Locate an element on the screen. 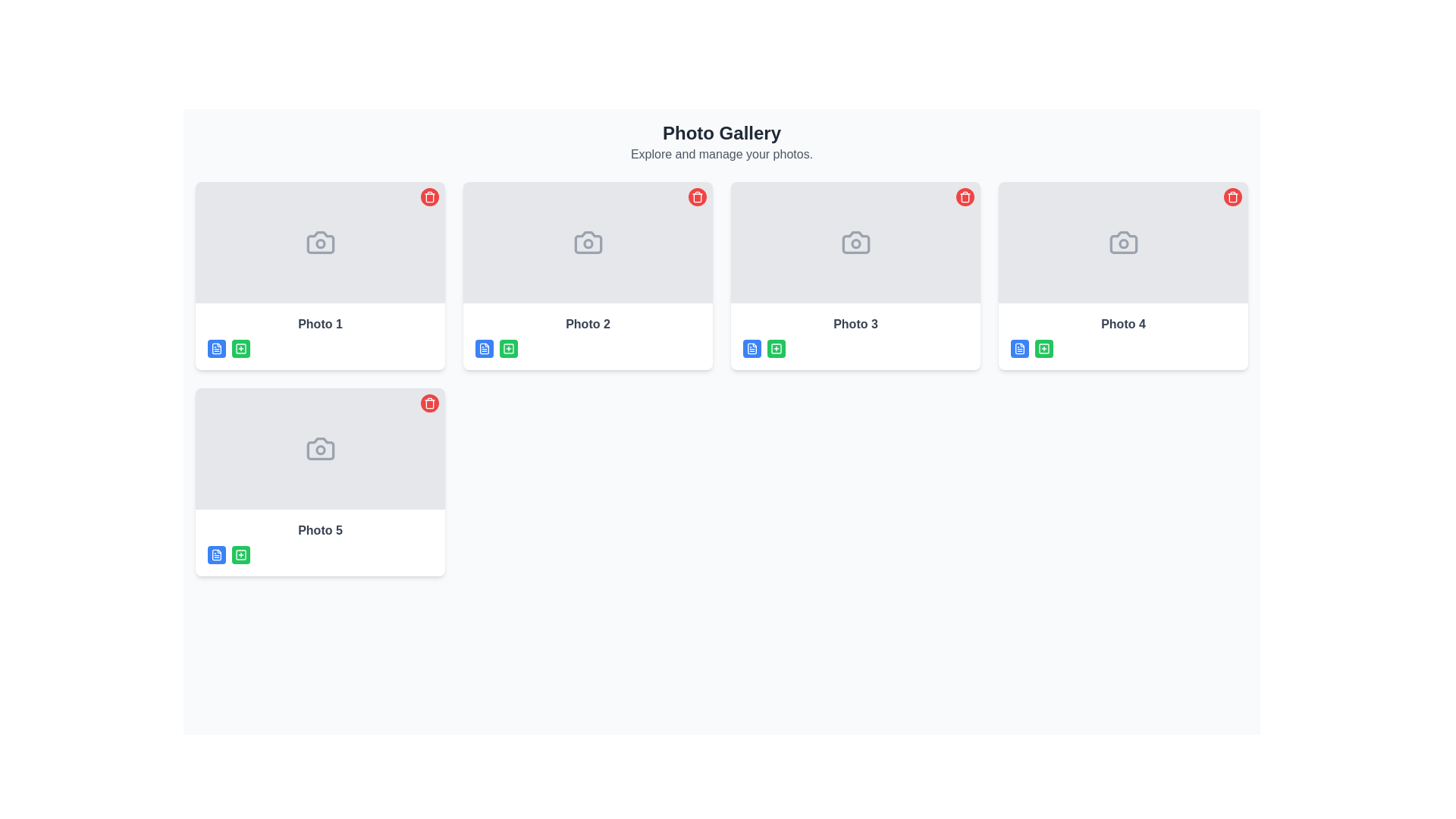 This screenshot has width=1456, height=819. the small square icon button with a plus sign in its center, which has a green background and is positioned beneath the image thumbnail labeled 'Photo 2' is located at coordinates (509, 348).